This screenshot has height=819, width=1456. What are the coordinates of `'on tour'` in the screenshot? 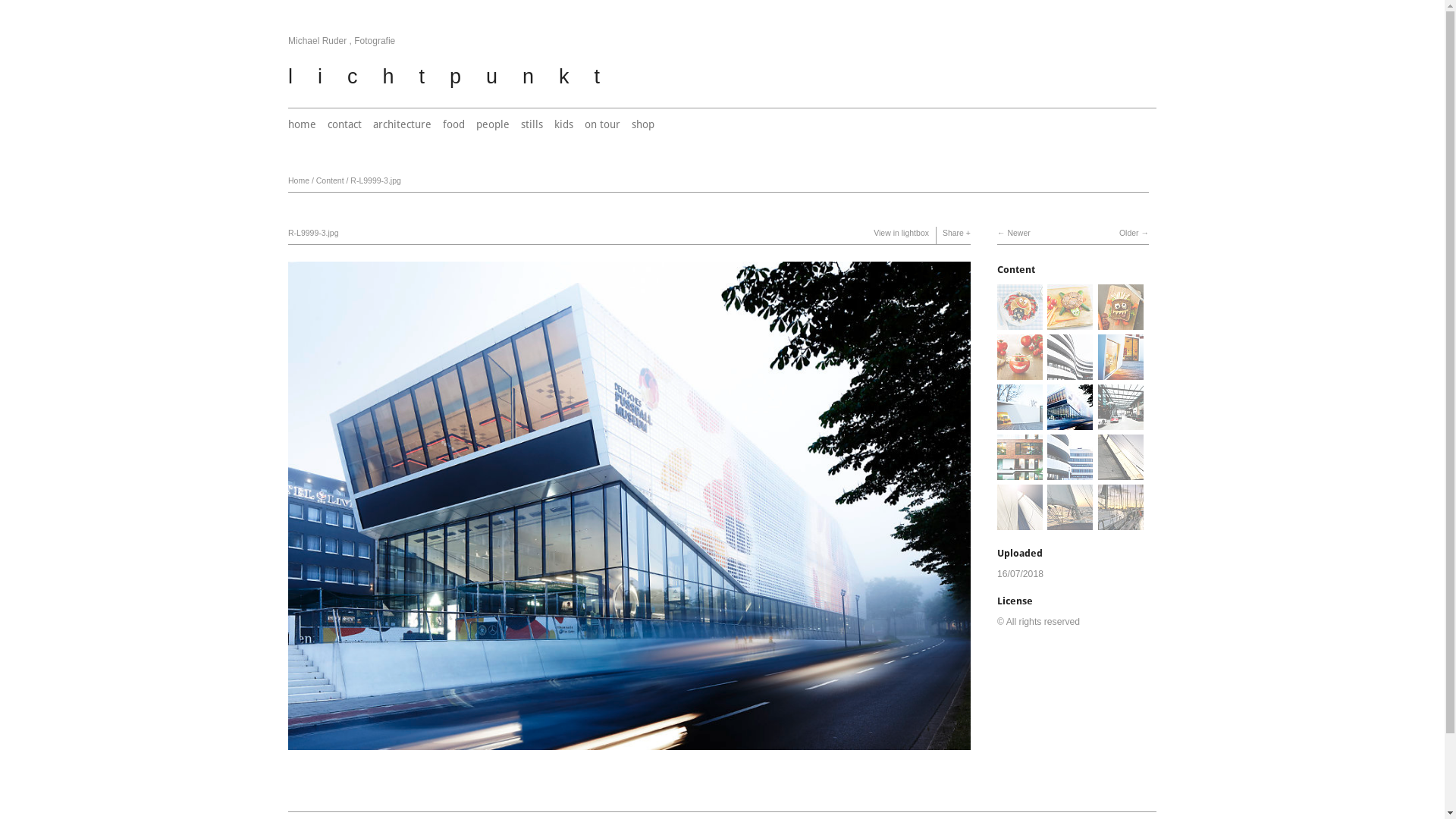 It's located at (601, 124).